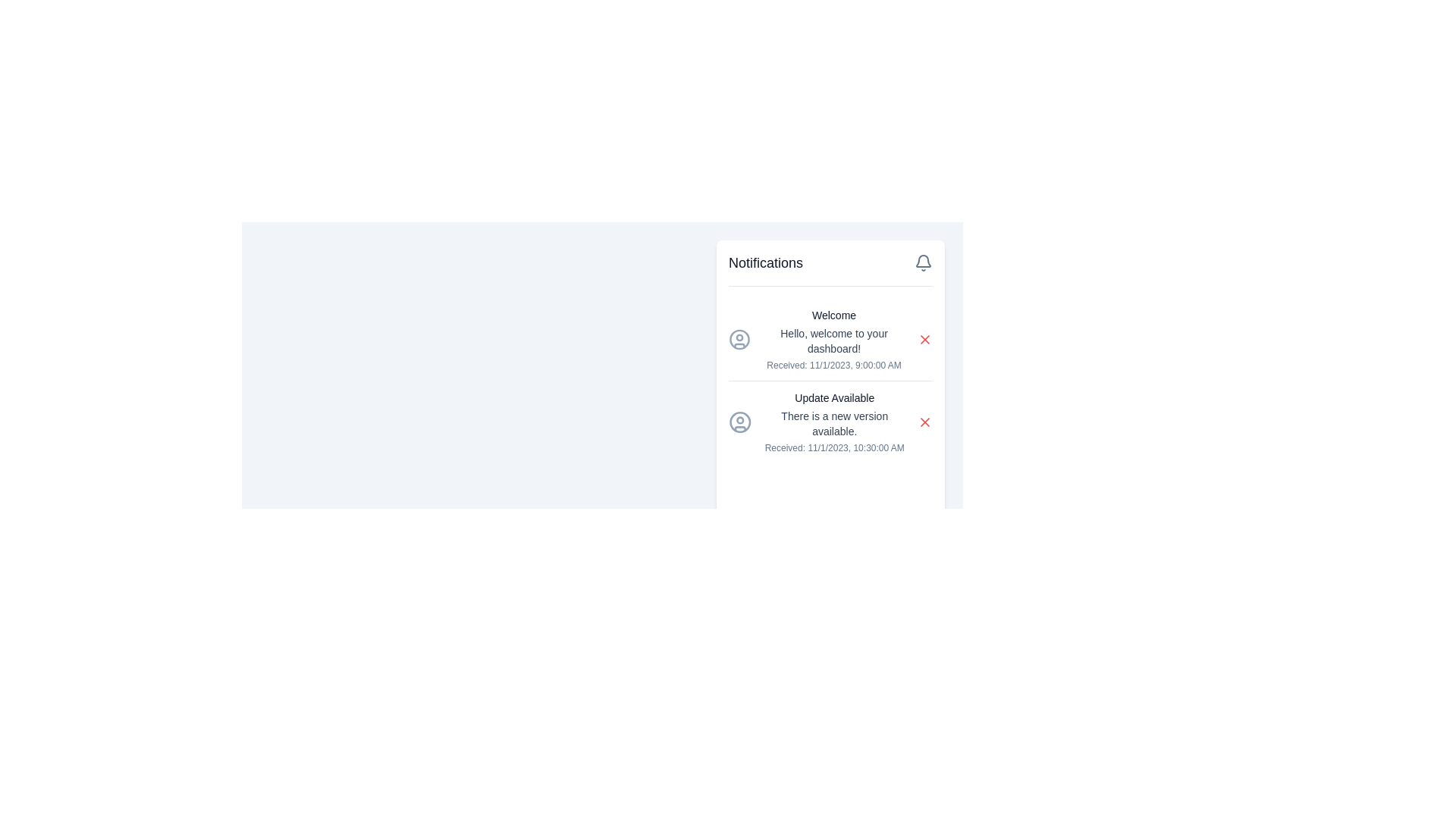  I want to click on the Title Section of the notifications card, so click(830, 268).